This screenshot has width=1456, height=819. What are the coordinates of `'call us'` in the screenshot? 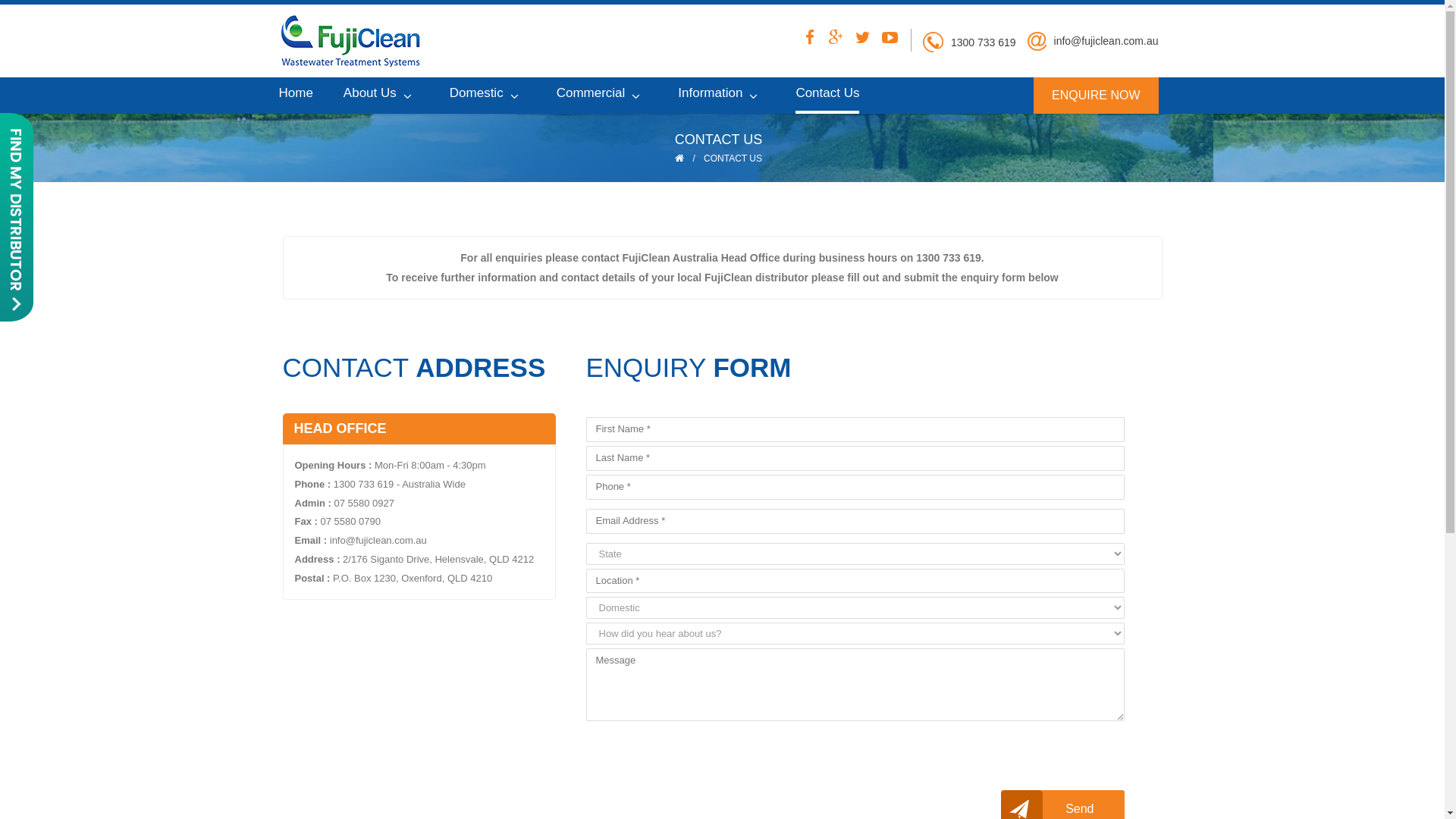 It's located at (922, 41).